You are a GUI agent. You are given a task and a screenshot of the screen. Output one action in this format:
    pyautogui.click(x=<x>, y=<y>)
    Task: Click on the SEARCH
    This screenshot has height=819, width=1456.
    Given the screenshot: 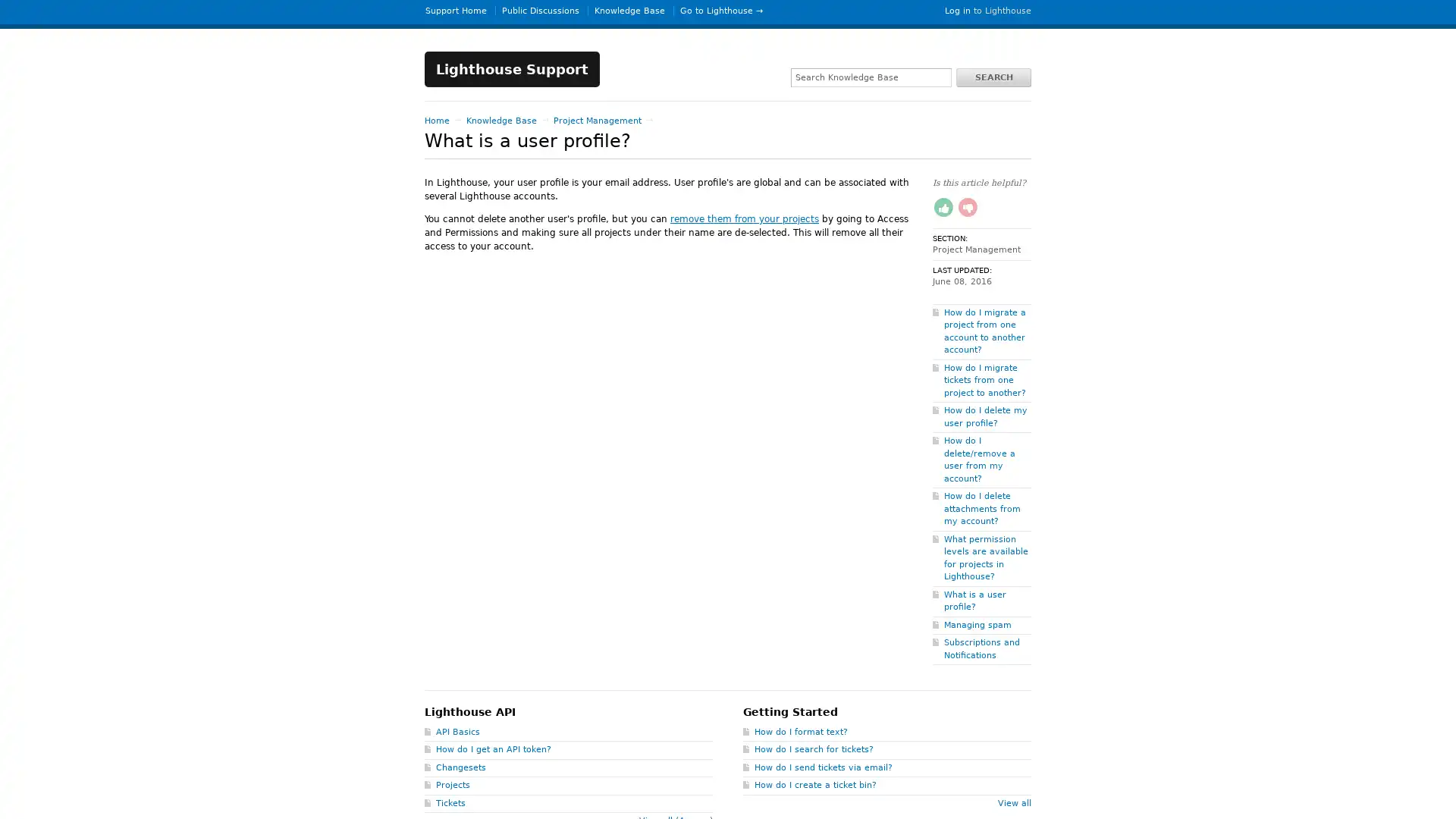 What is the action you would take?
    pyautogui.click(x=993, y=77)
    